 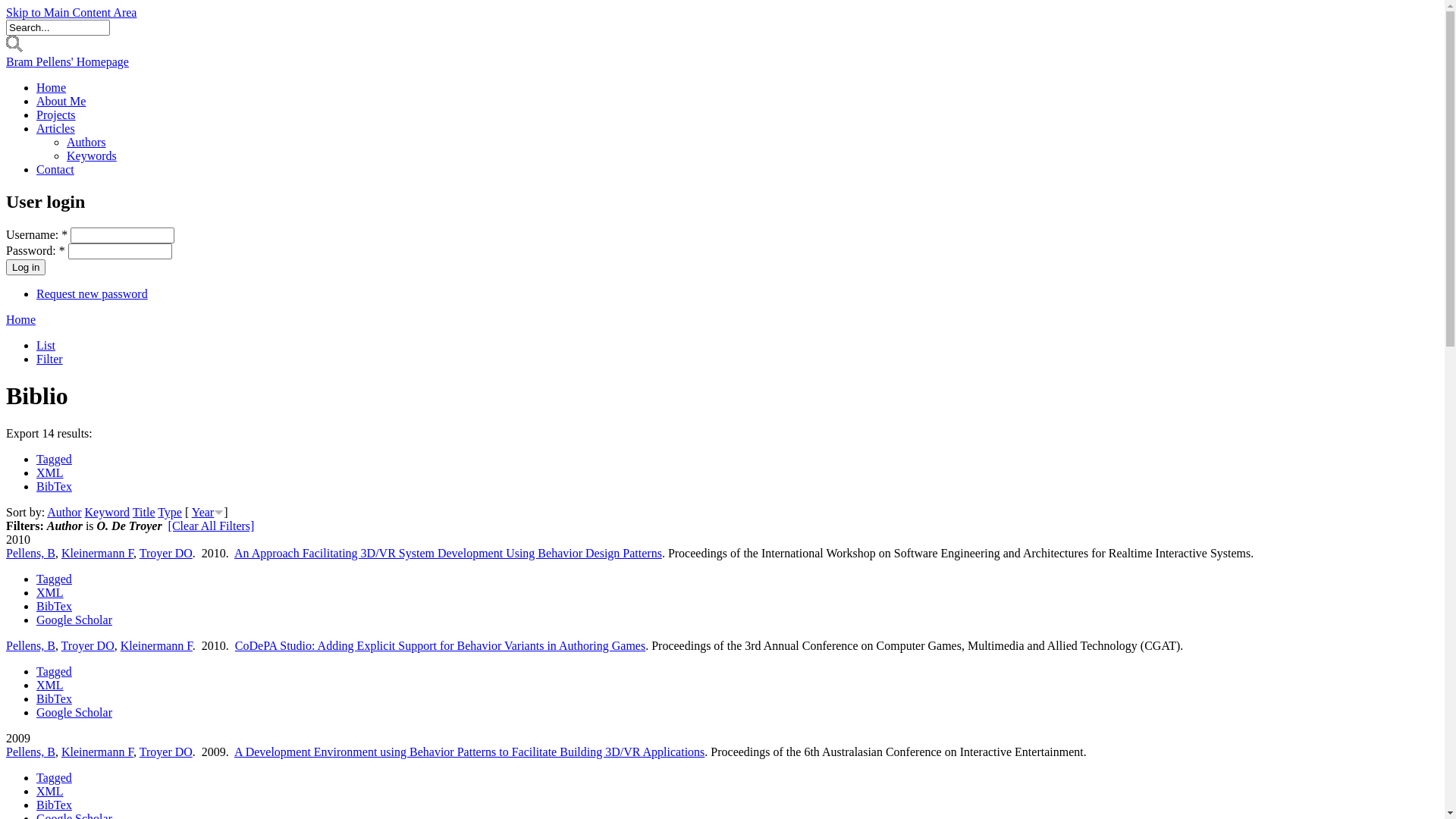 What do you see at coordinates (25, 266) in the screenshot?
I see `'Log in'` at bounding box center [25, 266].